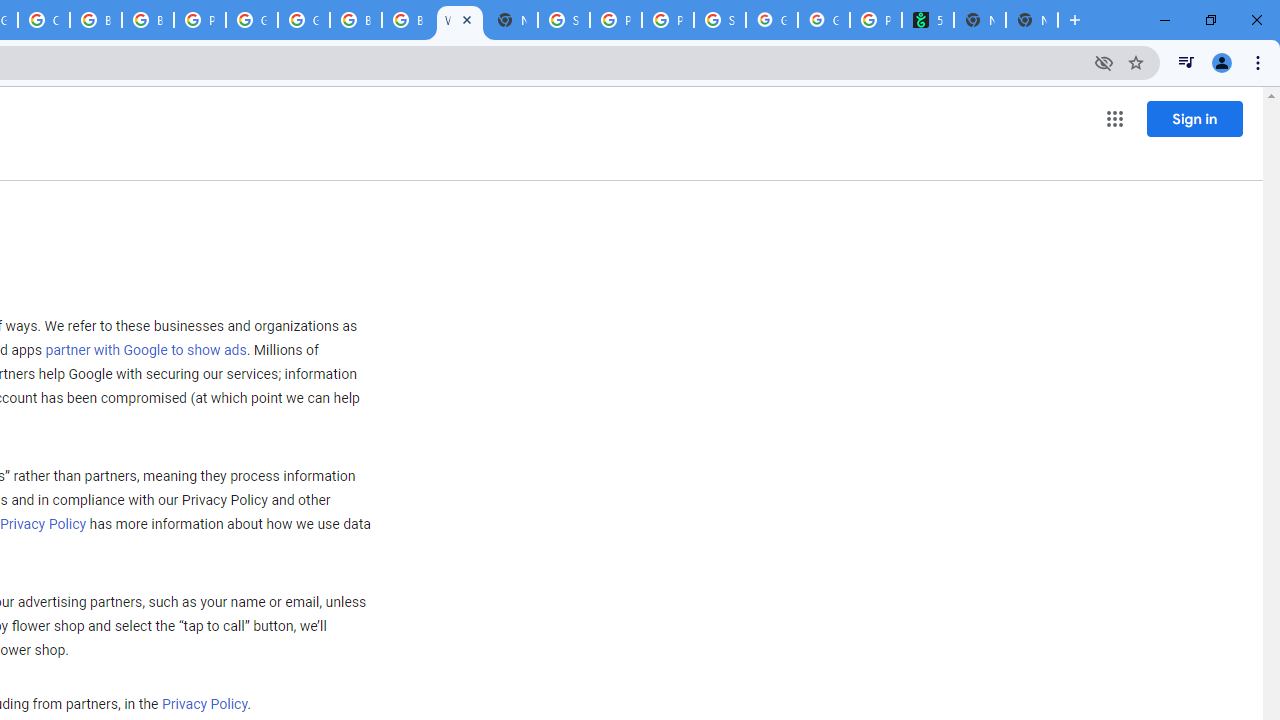 Image resolution: width=1280 pixels, height=720 pixels. What do you see at coordinates (251, 20) in the screenshot?
I see `'Google Cloud Platform'` at bounding box center [251, 20].